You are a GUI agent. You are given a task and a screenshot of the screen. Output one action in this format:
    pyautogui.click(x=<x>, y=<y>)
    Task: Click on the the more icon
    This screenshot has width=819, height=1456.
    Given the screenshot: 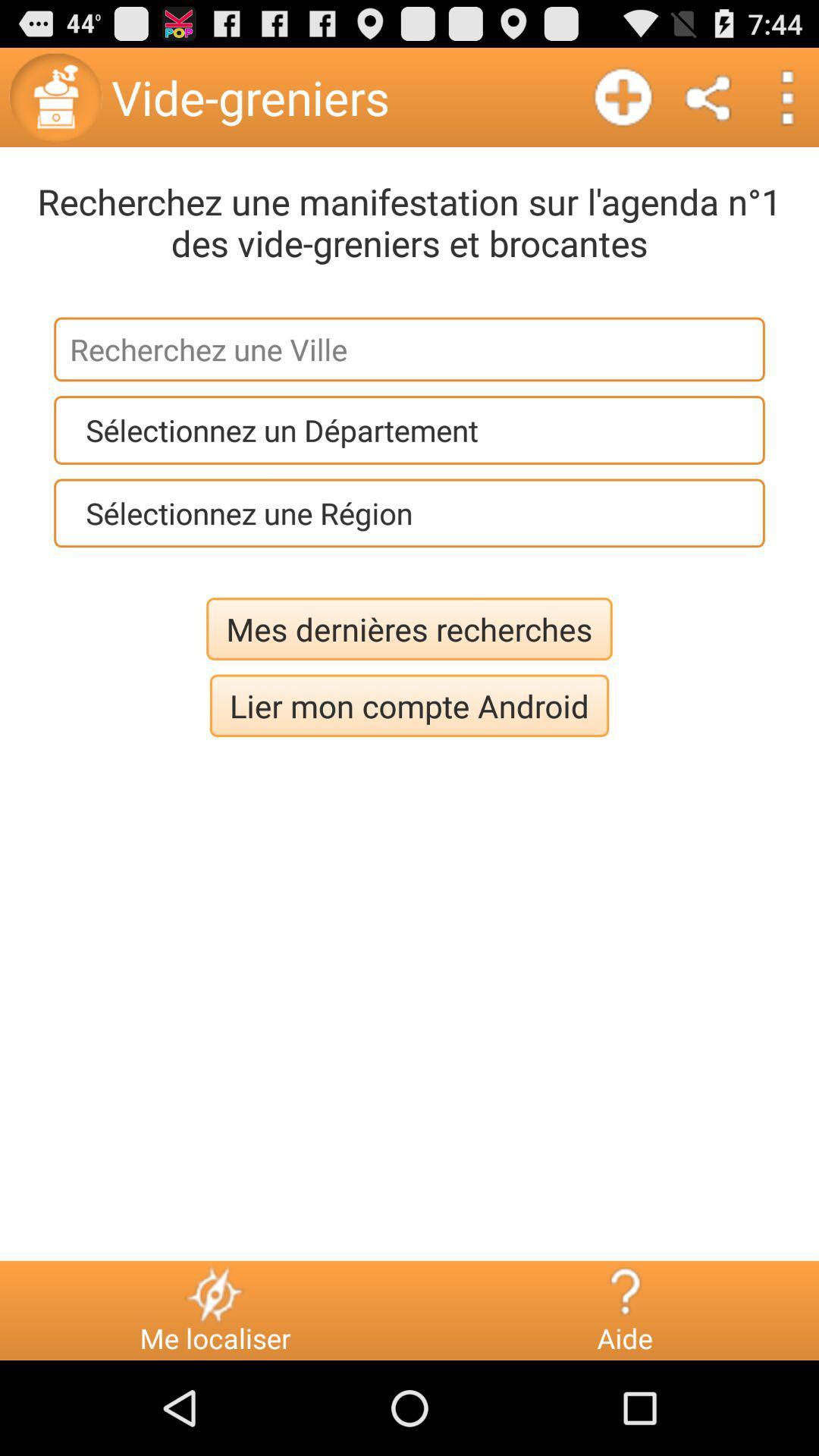 What is the action you would take?
    pyautogui.click(x=786, y=103)
    